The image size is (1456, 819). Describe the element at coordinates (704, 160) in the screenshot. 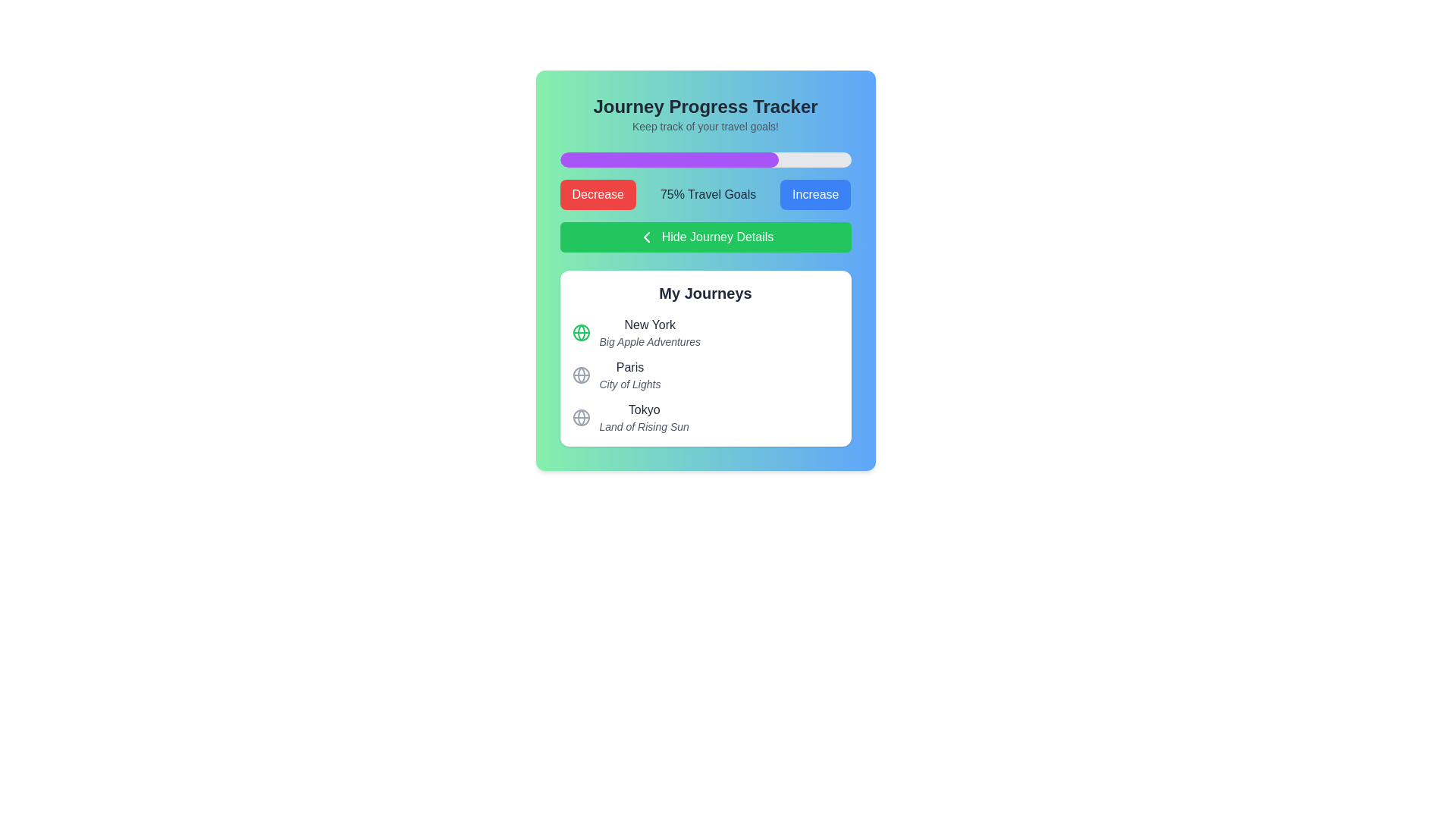

I see `the progress bar located below the header 'Keep track of your travel goals!' to visualize the progress represented` at that location.